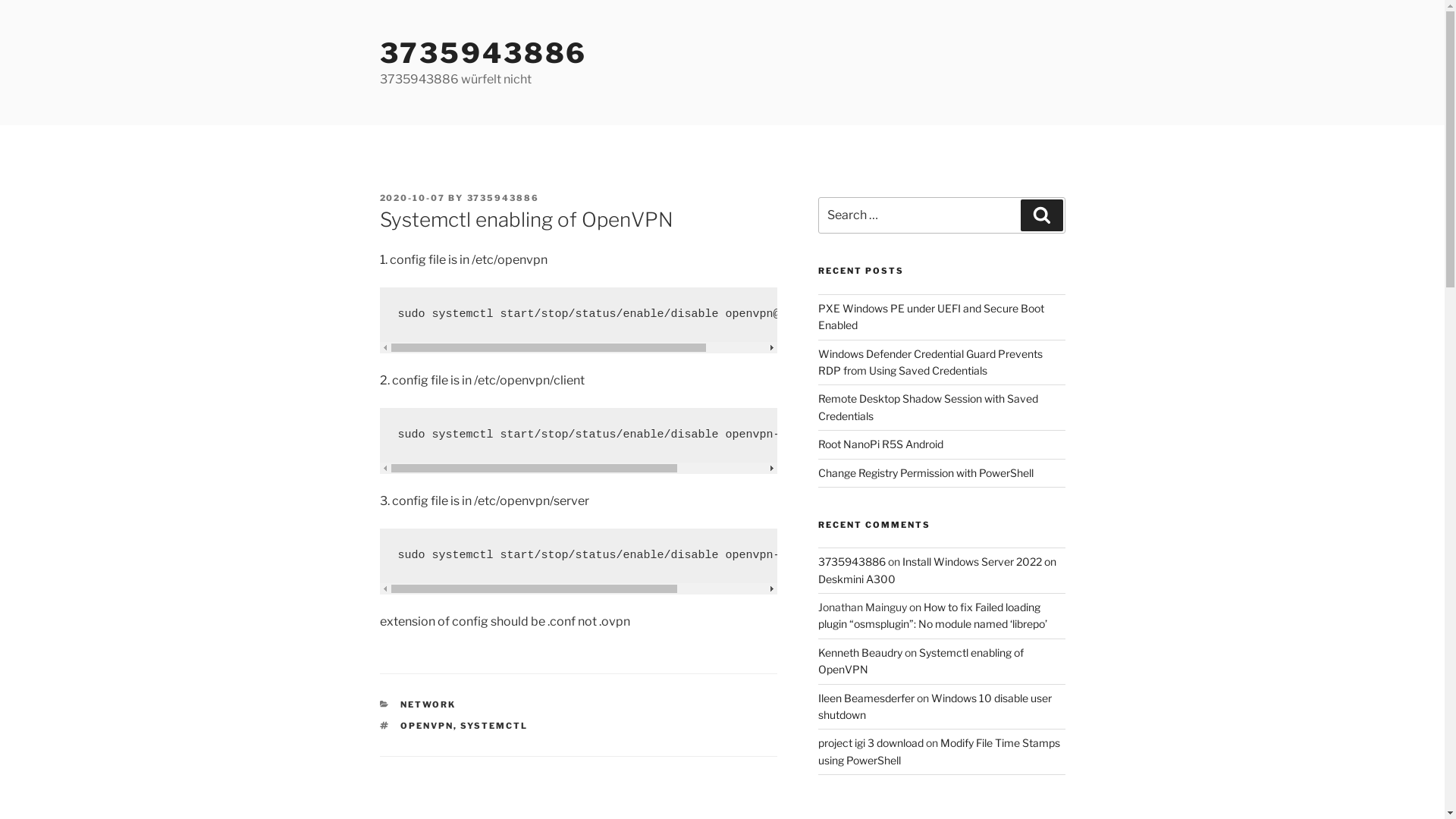  Describe the element at coordinates (924, 471) in the screenshot. I see `'Change Registry Permission with PowerShell'` at that location.